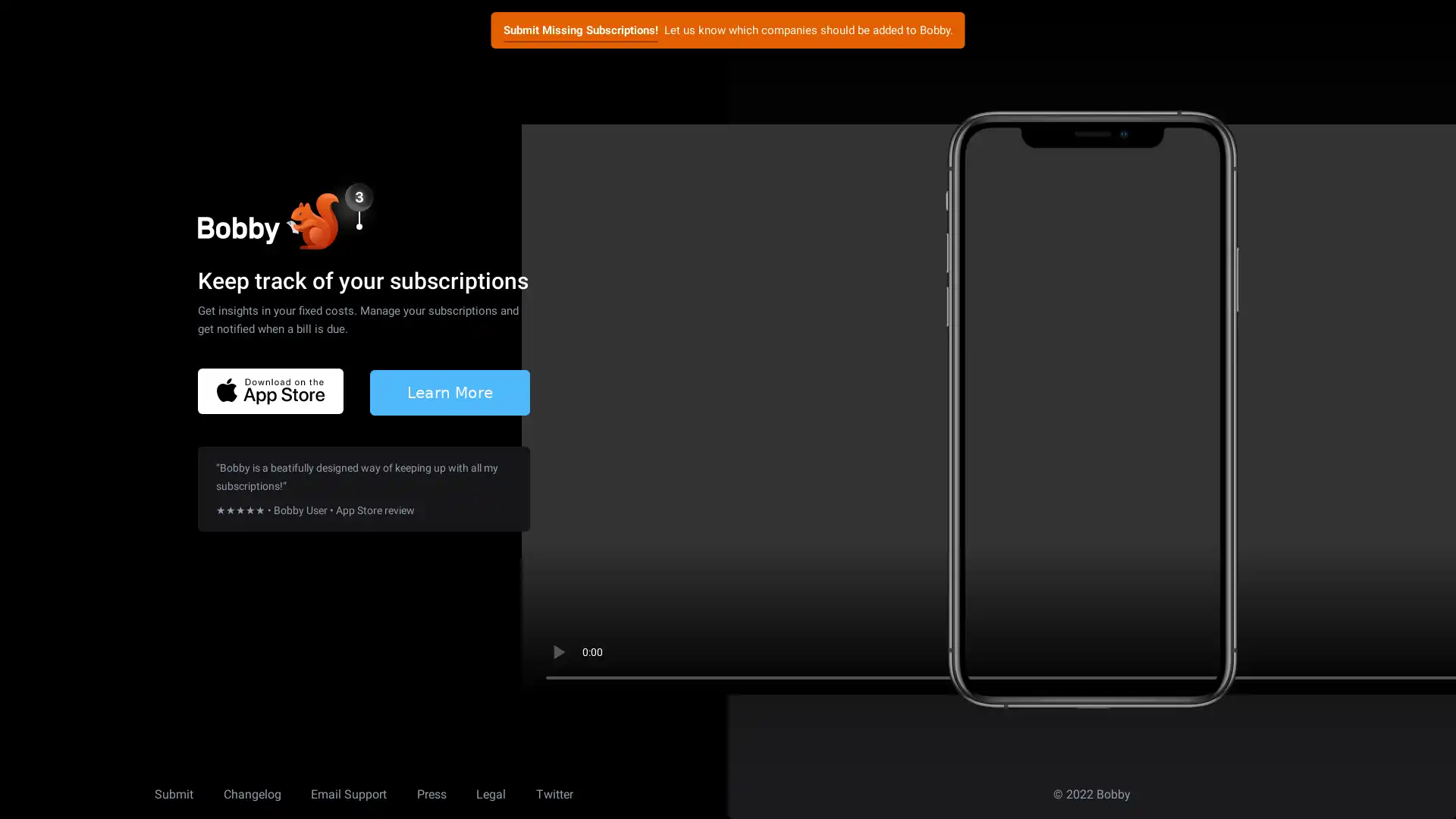 This screenshot has height=819, width=1456. What do you see at coordinates (1419, 651) in the screenshot?
I see `show more media controls` at bounding box center [1419, 651].